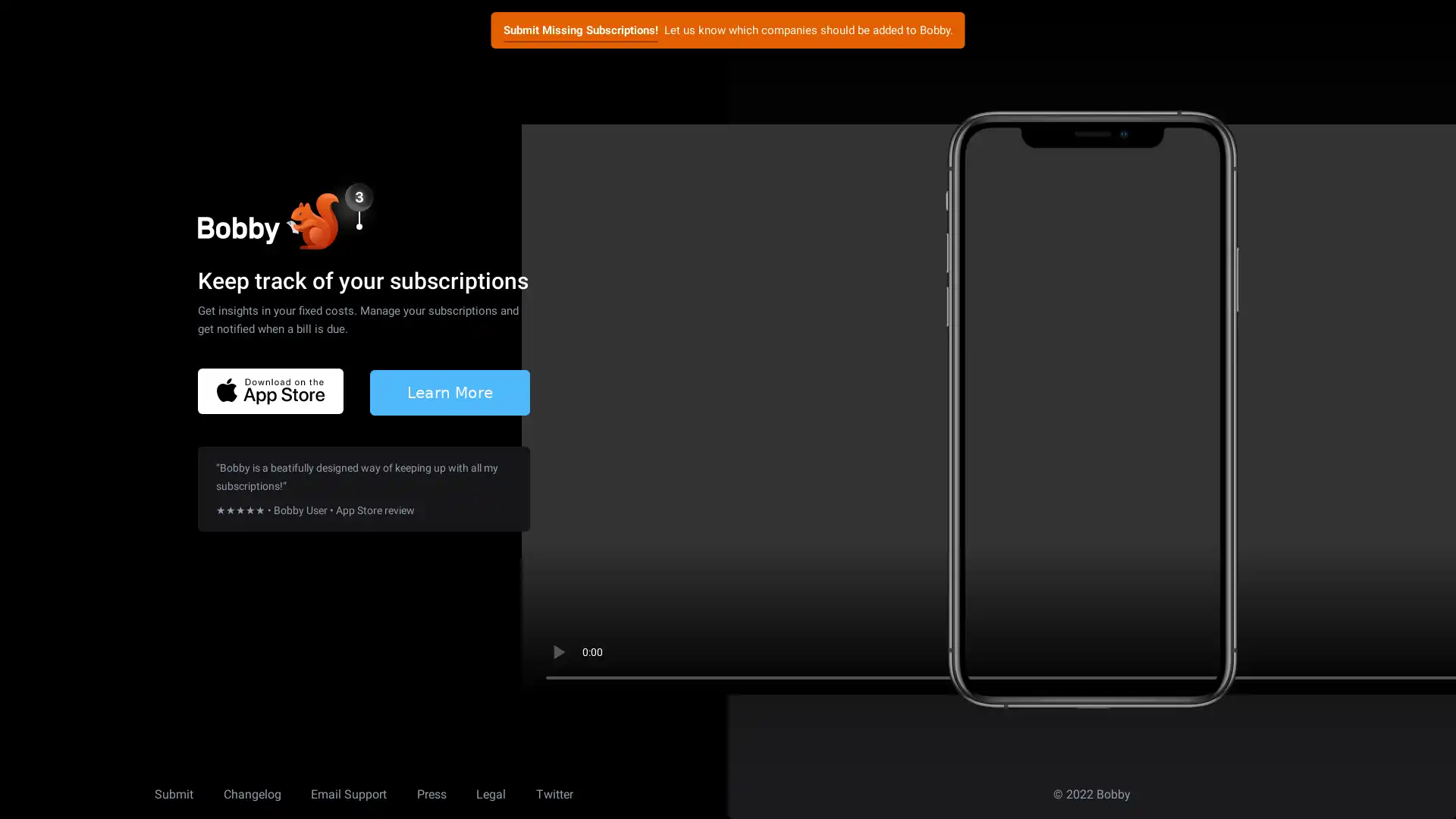 This screenshot has height=819, width=1456. What do you see at coordinates (1419, 651) in the screenshot?
I see `show more media controls` at bounding box center [1419, 651].